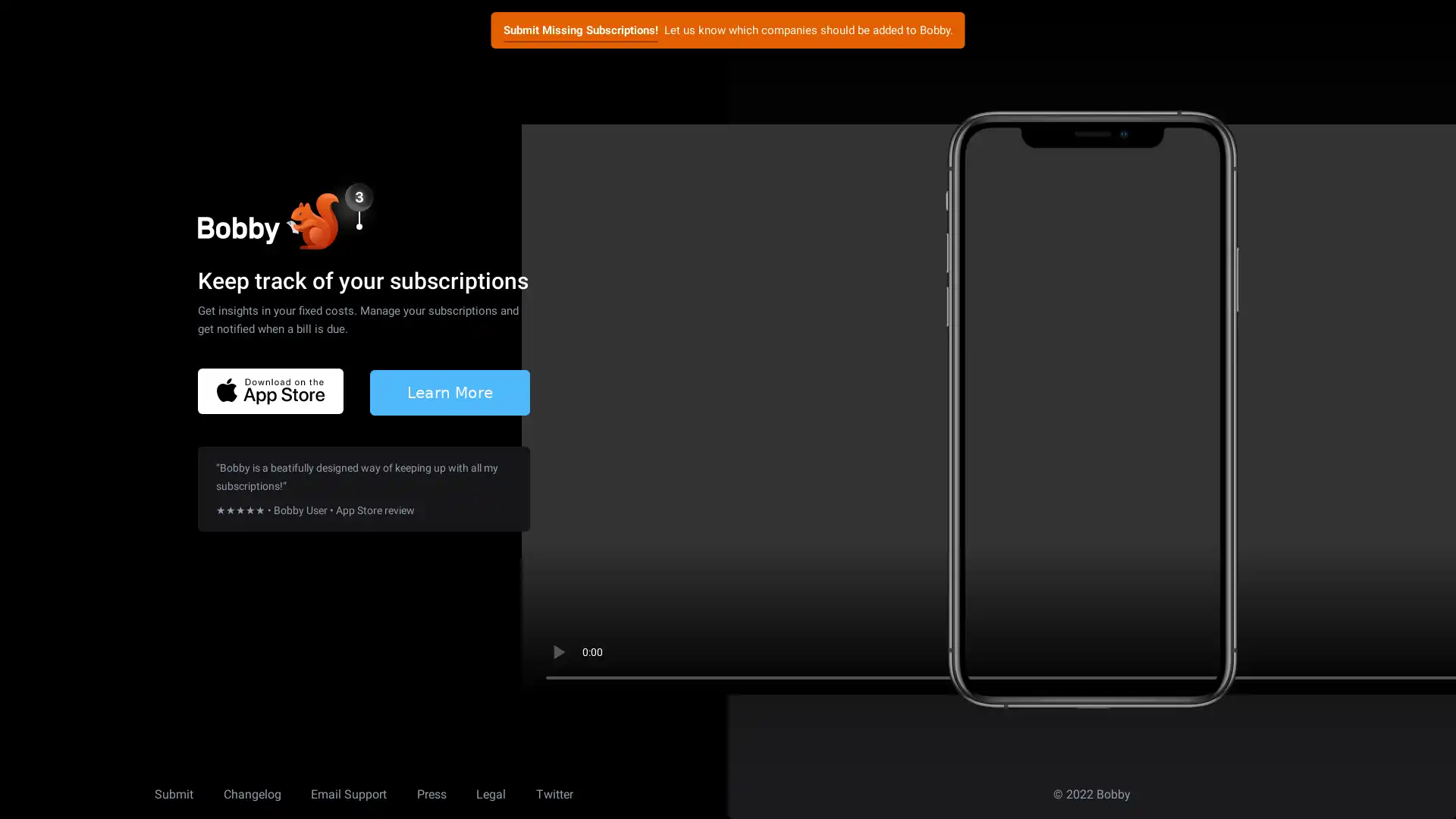 This screenshot has height=819, width=1456. What do you see at coordinates (1419, 651) in the screenshot?
I see `show more media controls` at bounding box center [1419, 651].